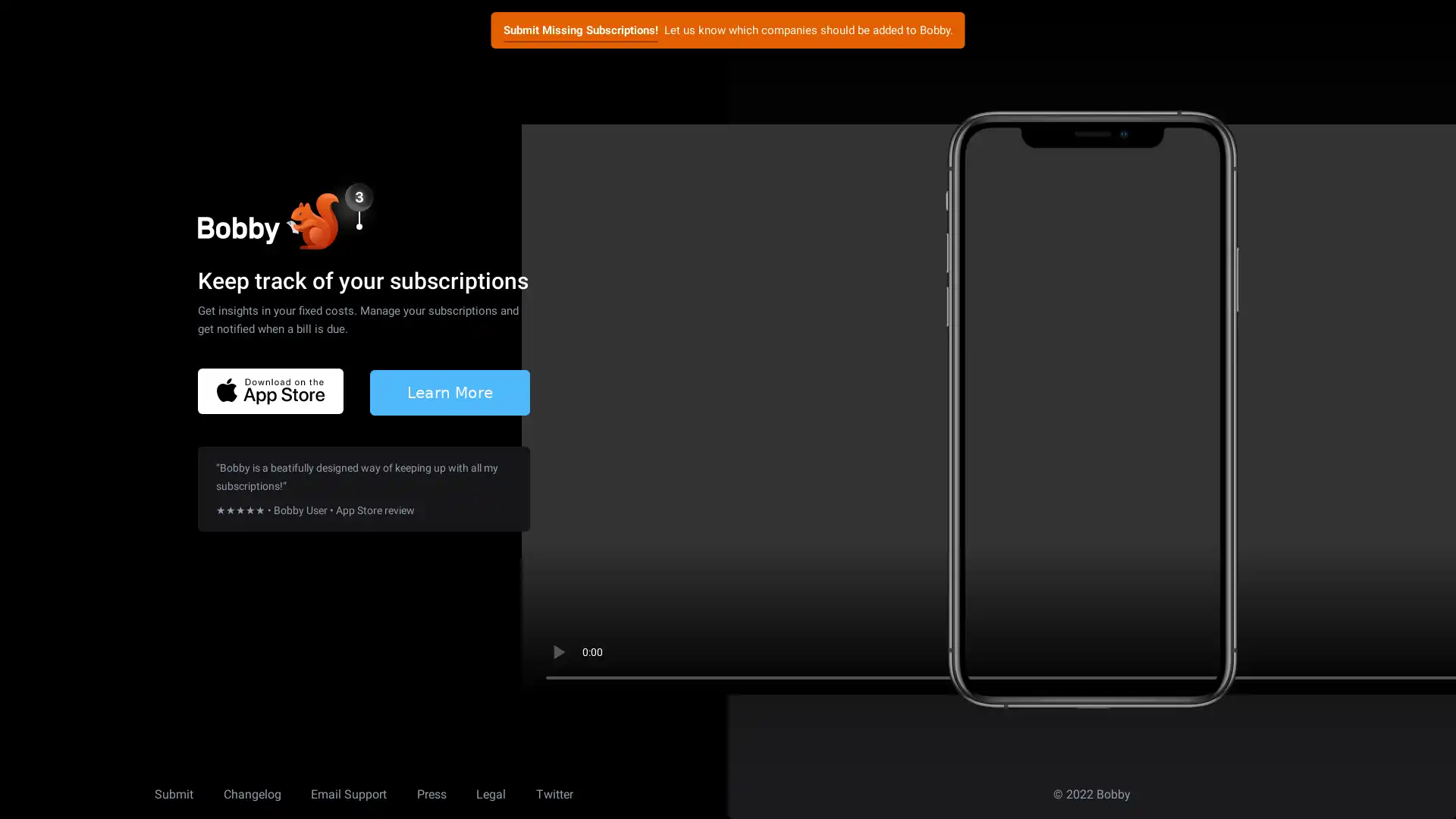 This screenshot has height=819, width=1456. What do you see at coordinates (1419, 651) in the screenshot?
I see `show more media controls` at bounding box center [1419, 651].